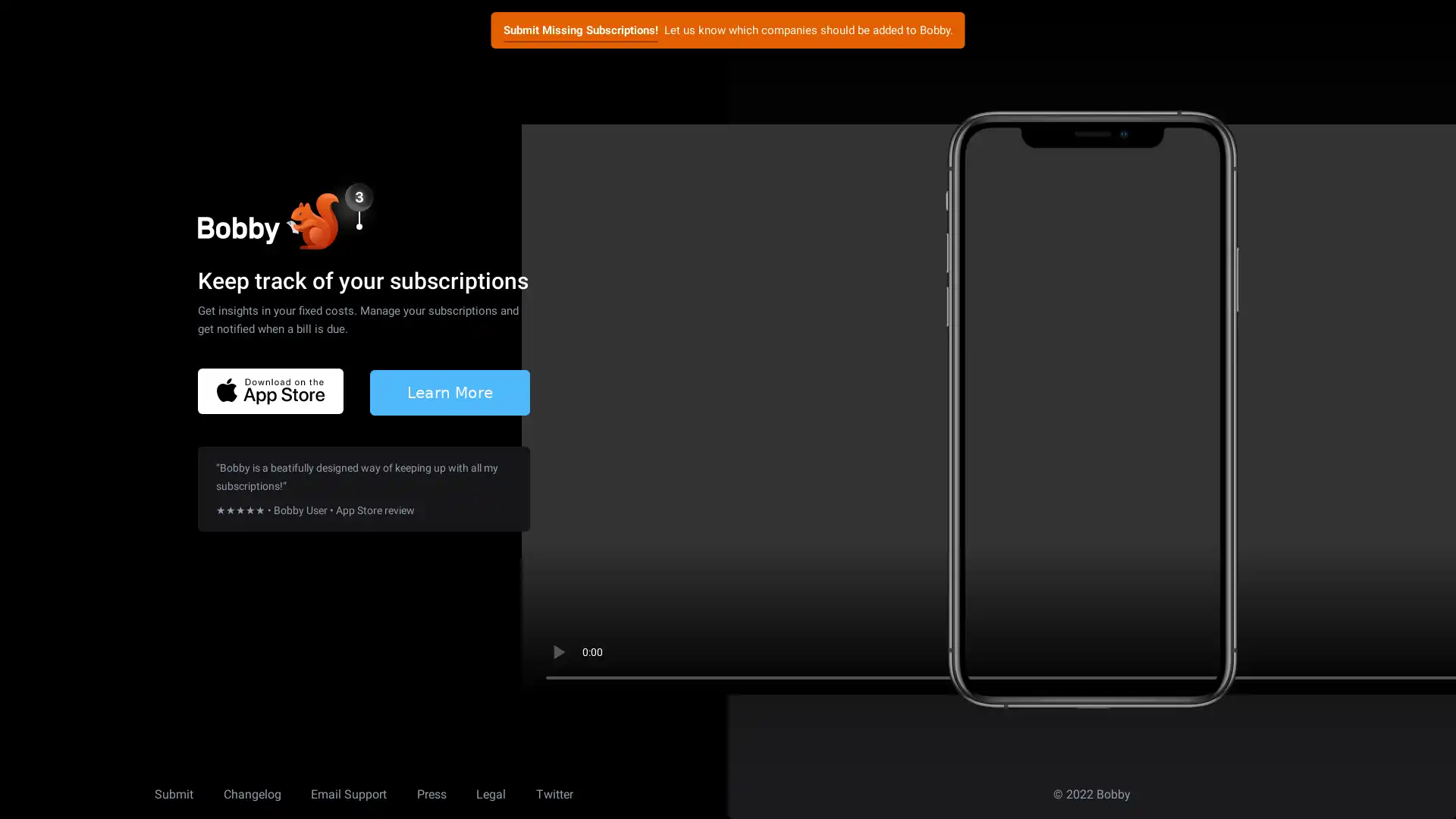 This screenshot has height=819, width=1456. What do you see at coordinates (1419, 651) in the screenshot?
I see `show more media controls` at bounding box center [1419, 651].